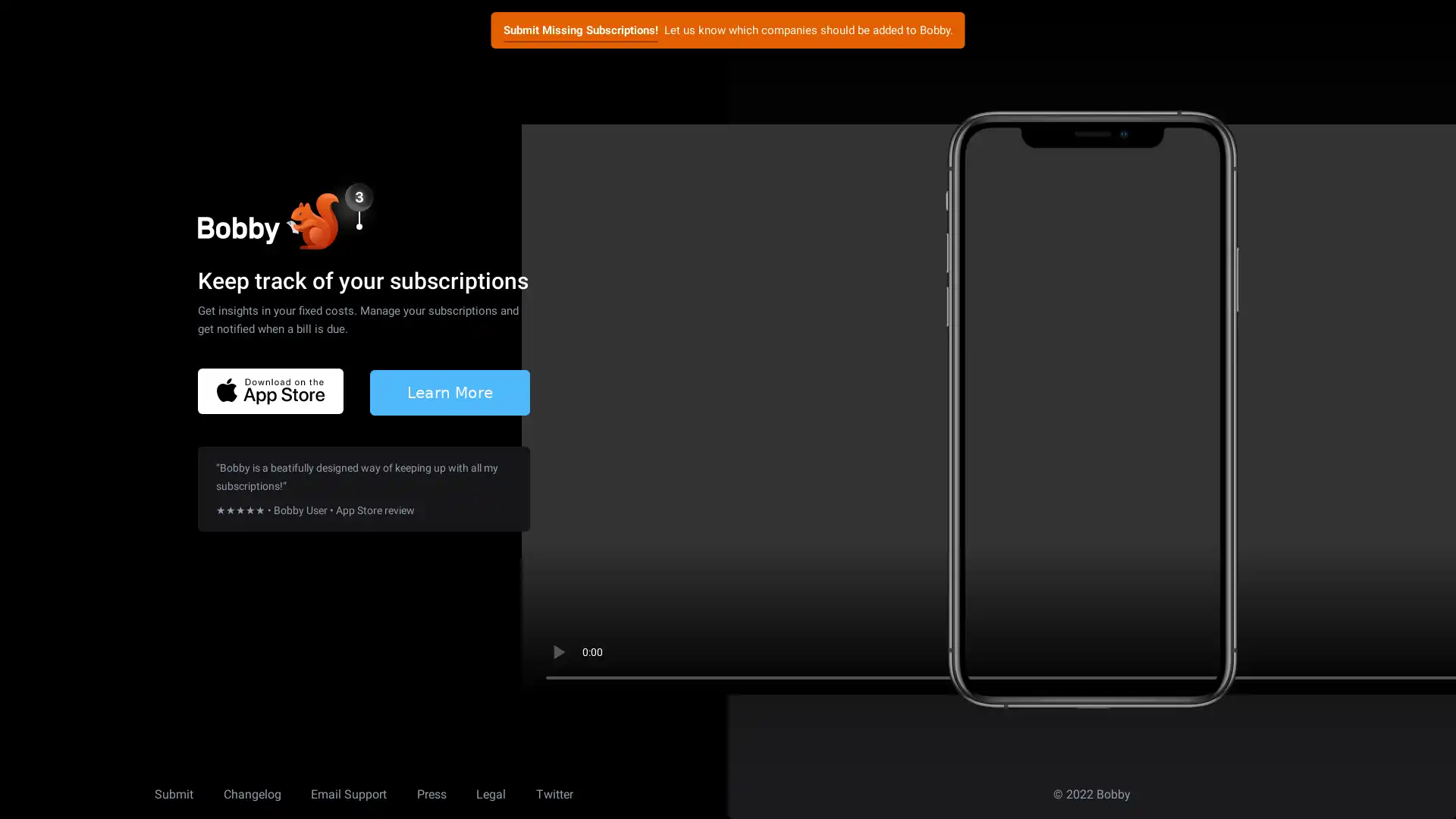 This screenshot has height=819, width=1456. What do you see at coordinates (1419, 651) in the screenshot?
I see `show more media controls` at bounding box center [1419, 651].